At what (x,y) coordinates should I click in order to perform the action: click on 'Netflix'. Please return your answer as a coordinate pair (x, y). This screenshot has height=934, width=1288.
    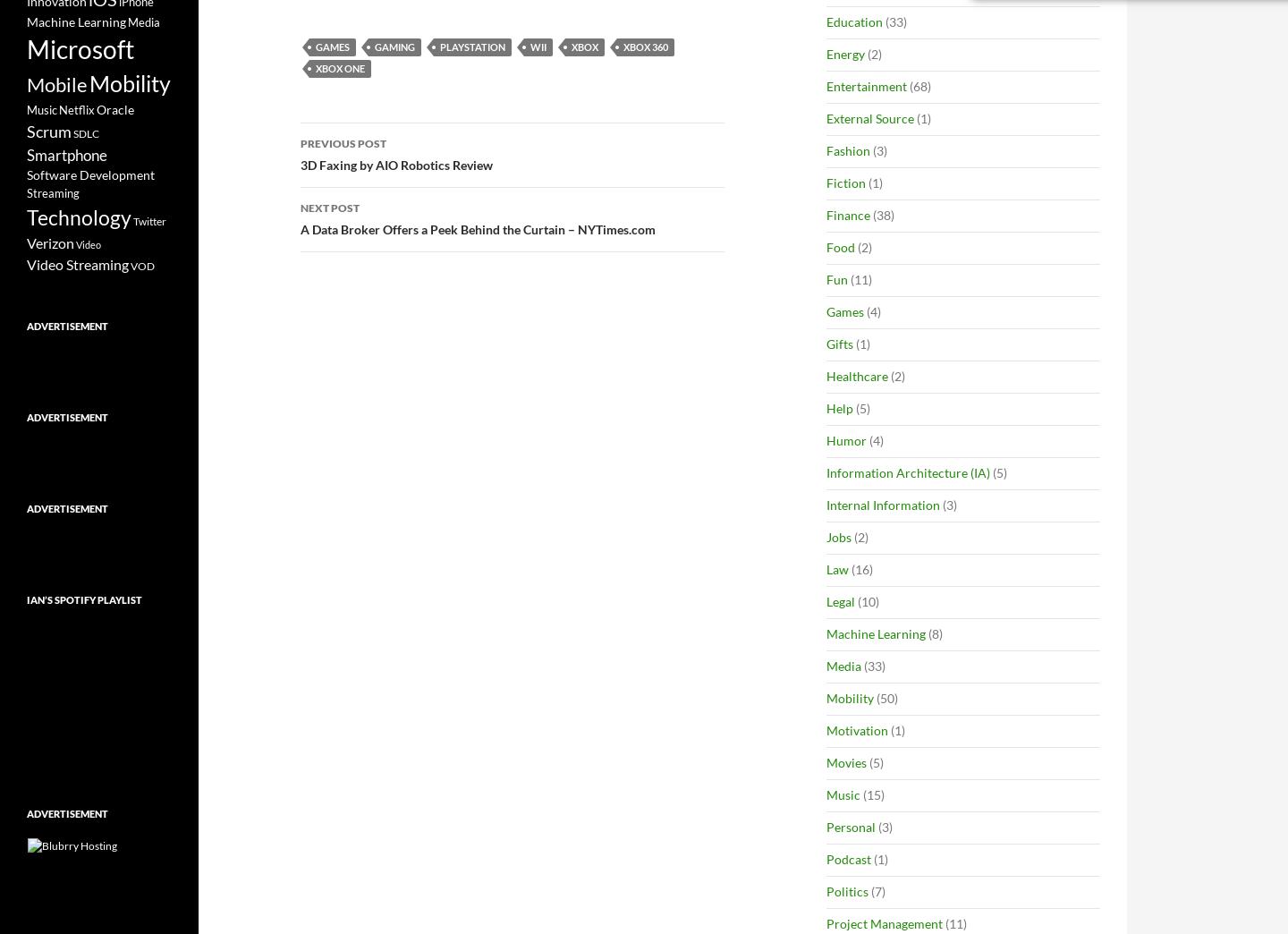
    Looking at the image, I should click on (76, 109).